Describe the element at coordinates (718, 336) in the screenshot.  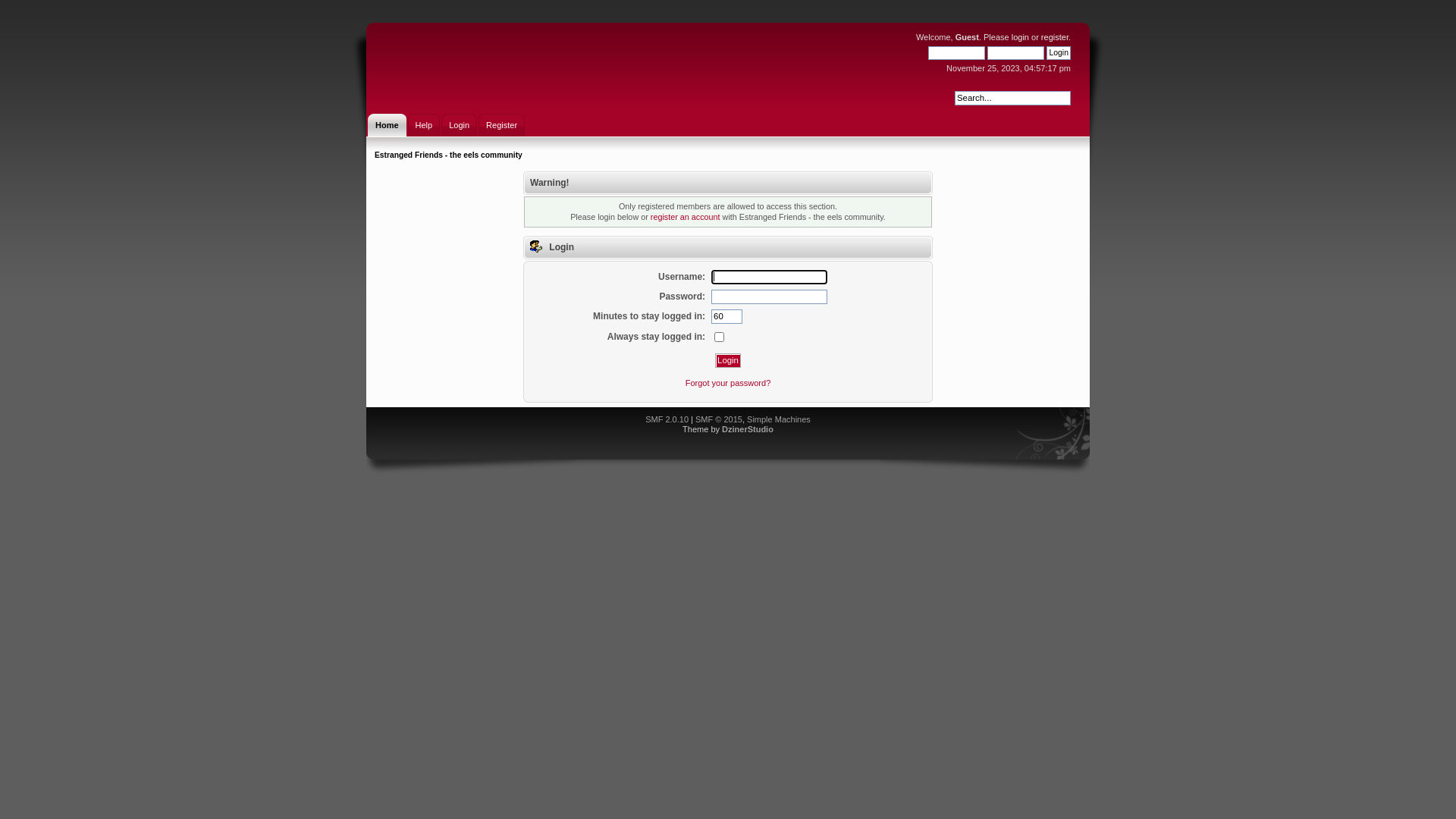
I see `'on'` at that location.